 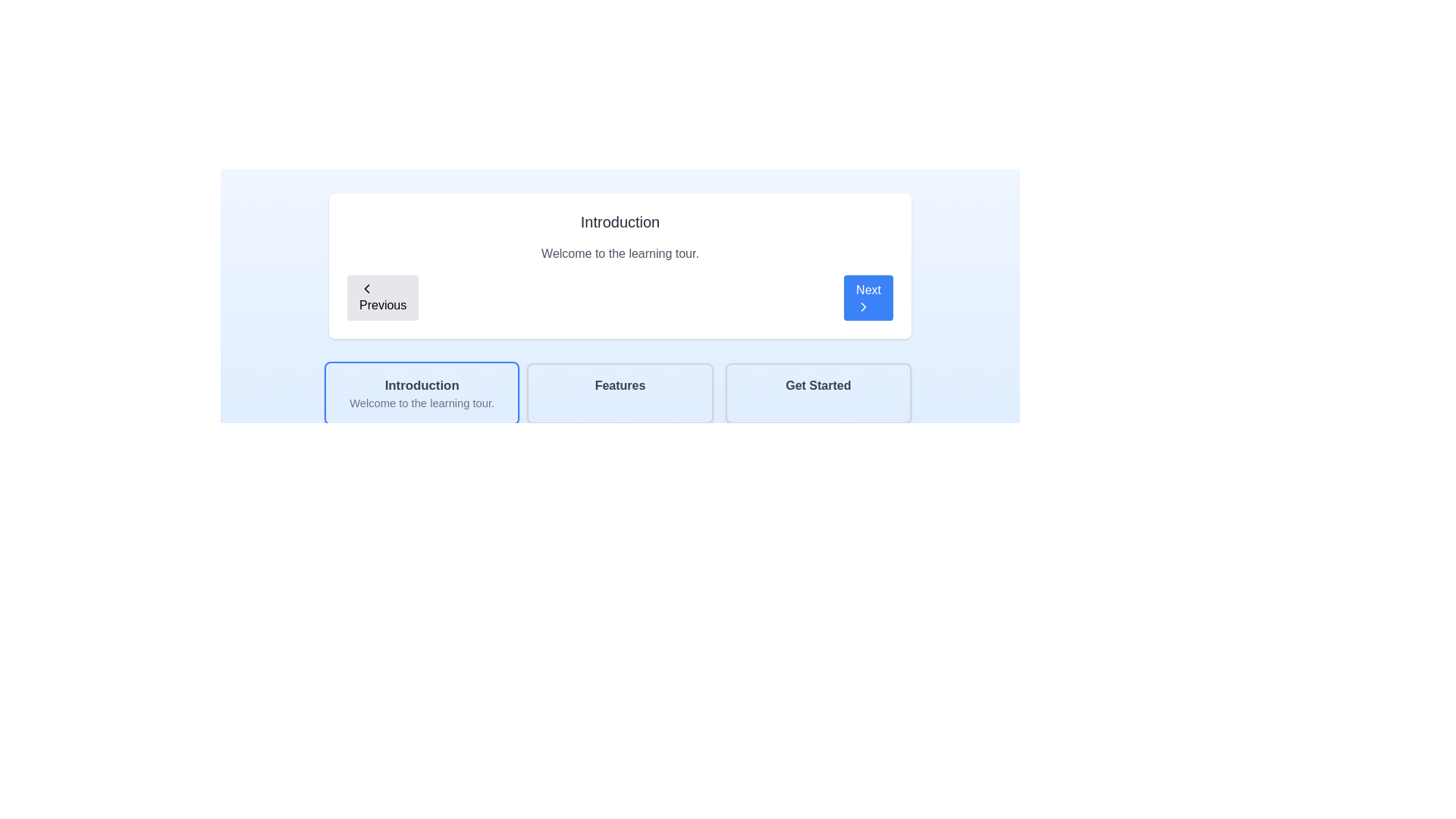 What do you see at coordinates (620, 253) in the screenshot?
I see `the welcome message text label located below the 'Introduction' header and to the right of the 'Previous' and 'Next' buttons` at bounding box center [620, 253].